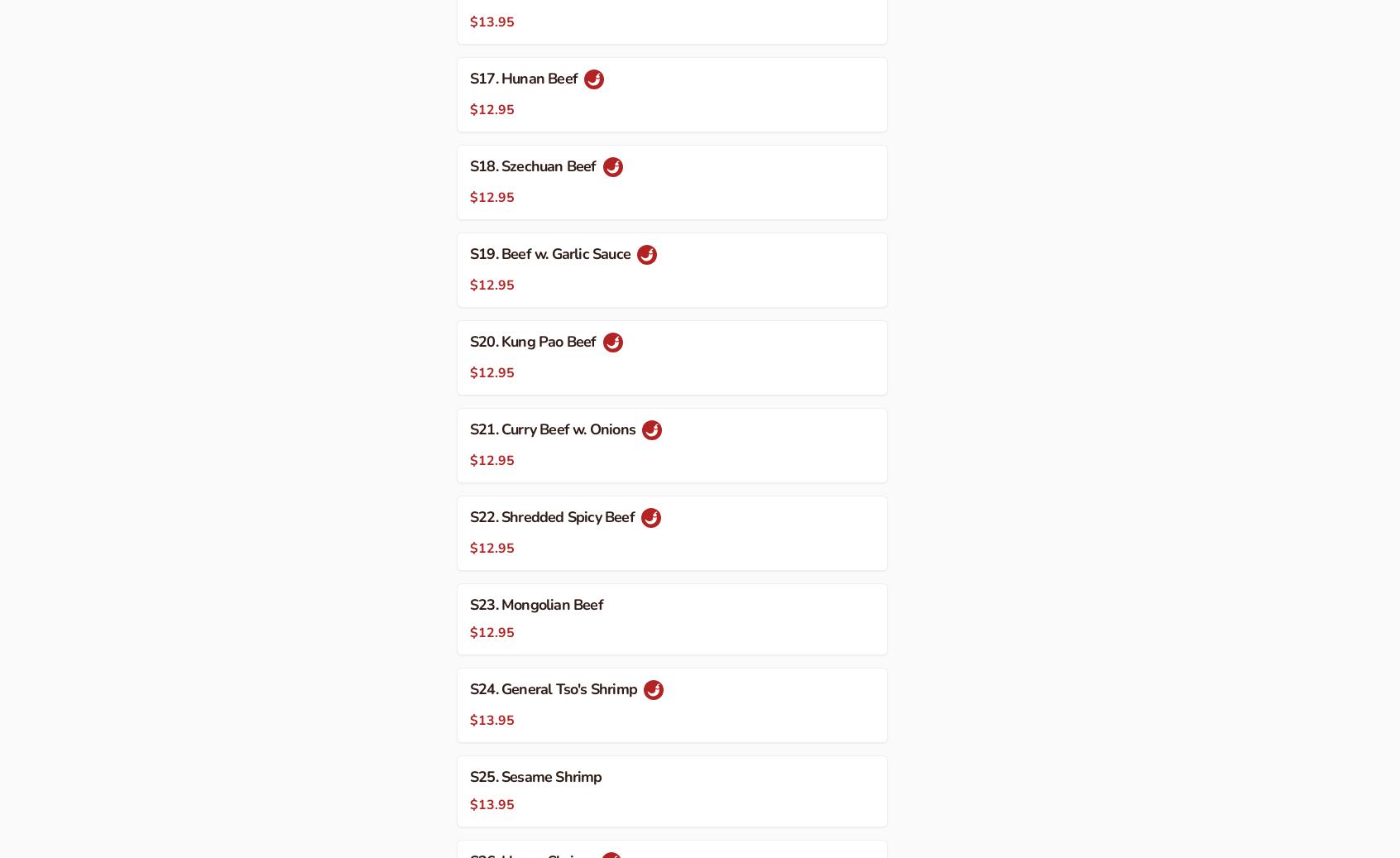  What do you see at coordinates (535, 775) in the screenshot?
I see `'S25.  Sesame Shrimp'` at bounding box center [535, 775].